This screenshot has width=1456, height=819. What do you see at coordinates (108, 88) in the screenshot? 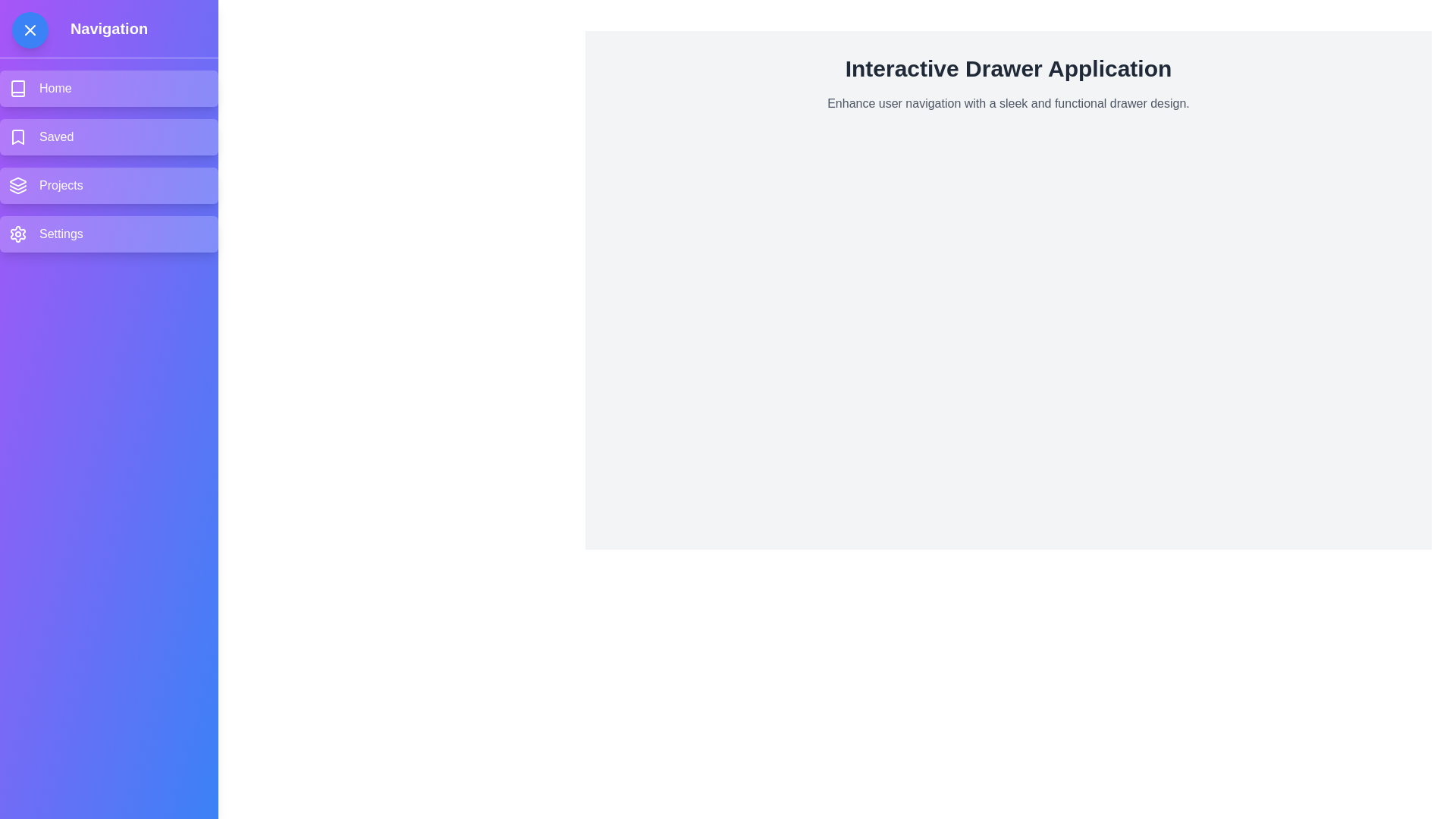
I see `the menu item labeled Home in the drawer` at bounding box center [108, 88].